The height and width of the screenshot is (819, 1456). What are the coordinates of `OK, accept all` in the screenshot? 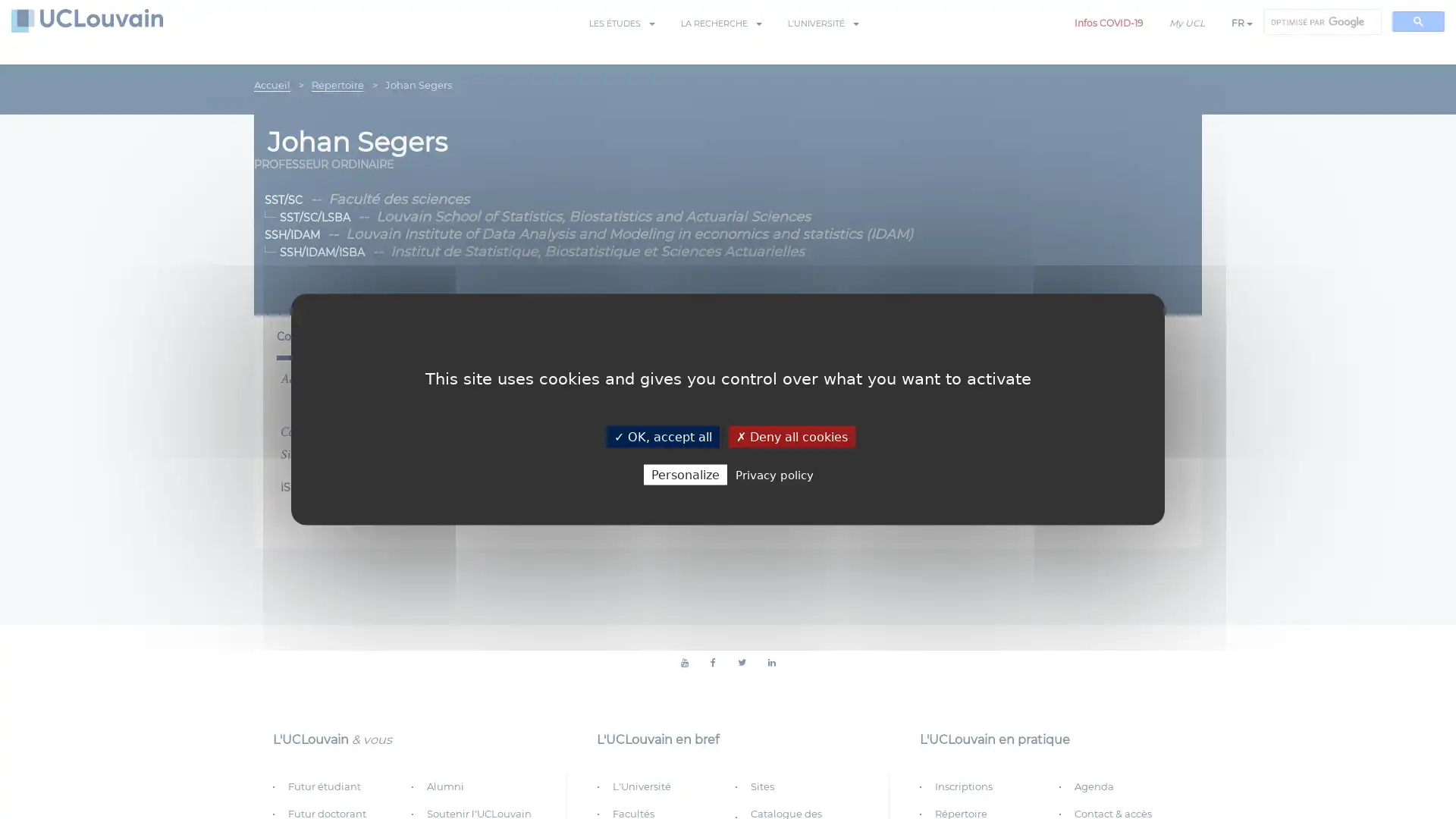 It's located at (662, 436).